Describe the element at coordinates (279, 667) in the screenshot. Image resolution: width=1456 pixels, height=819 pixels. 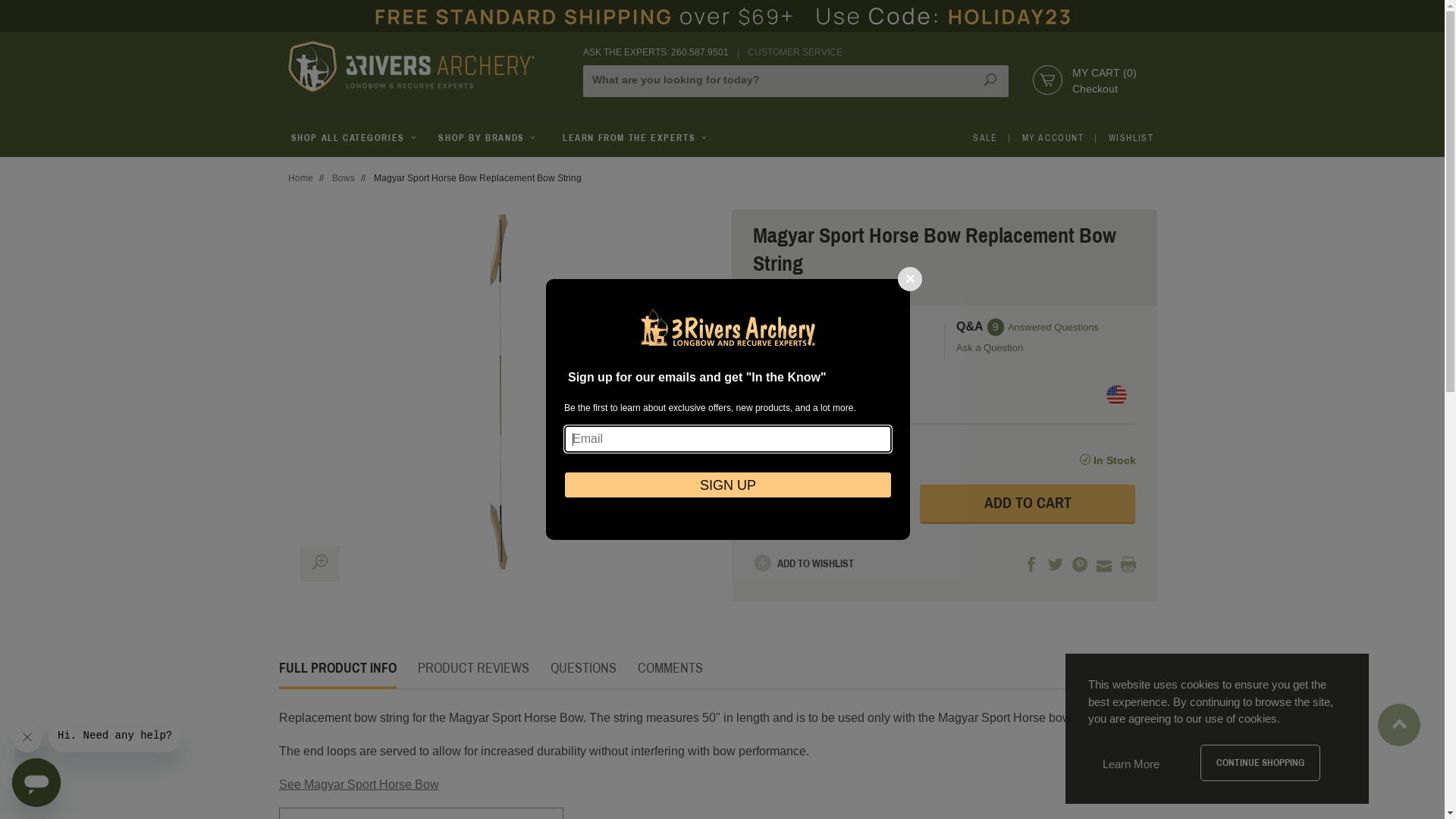
I see `'FULL PRODUCT INFO'` at that location.